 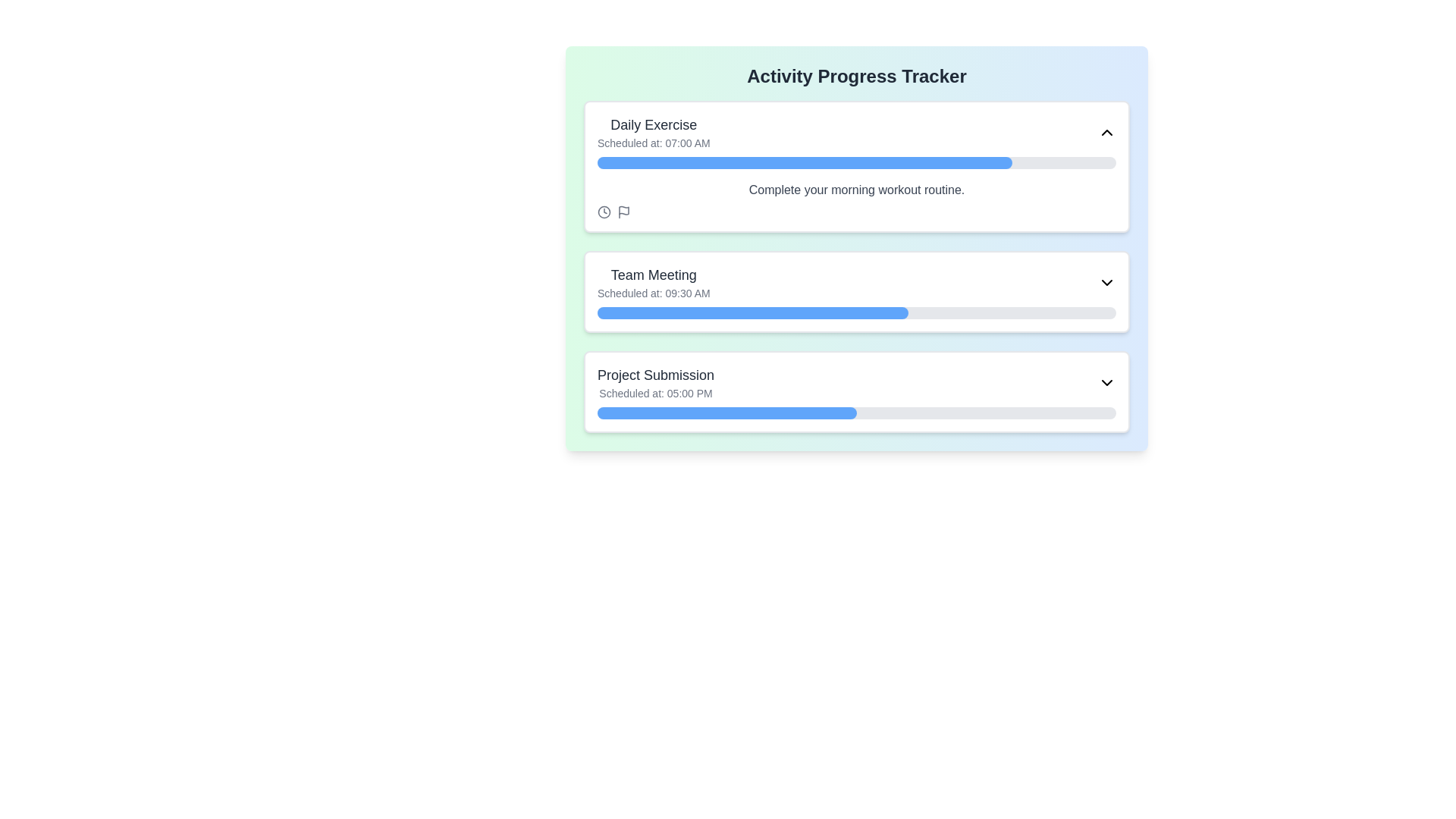 I want to click on the blue section of the horizontal progress bar located in the second task card titled 'Team Meeting' scheduled at 09:30 AM, so click(x=856, y=312).